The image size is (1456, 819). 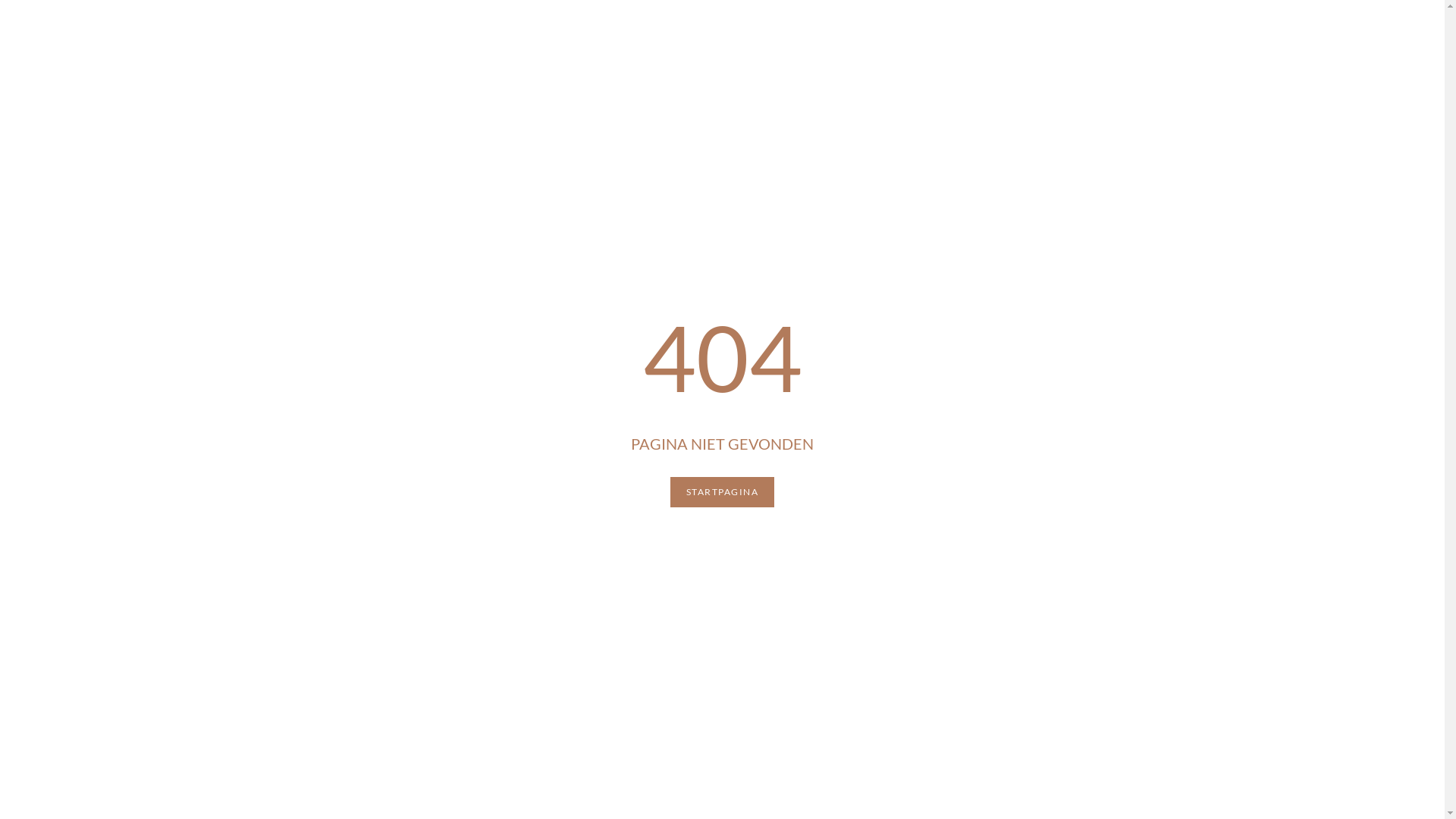 What do you see at coordinates (722, 491) in the screenshot?
I see `'STARTPAGINA'` at bounding box center [722, 491].